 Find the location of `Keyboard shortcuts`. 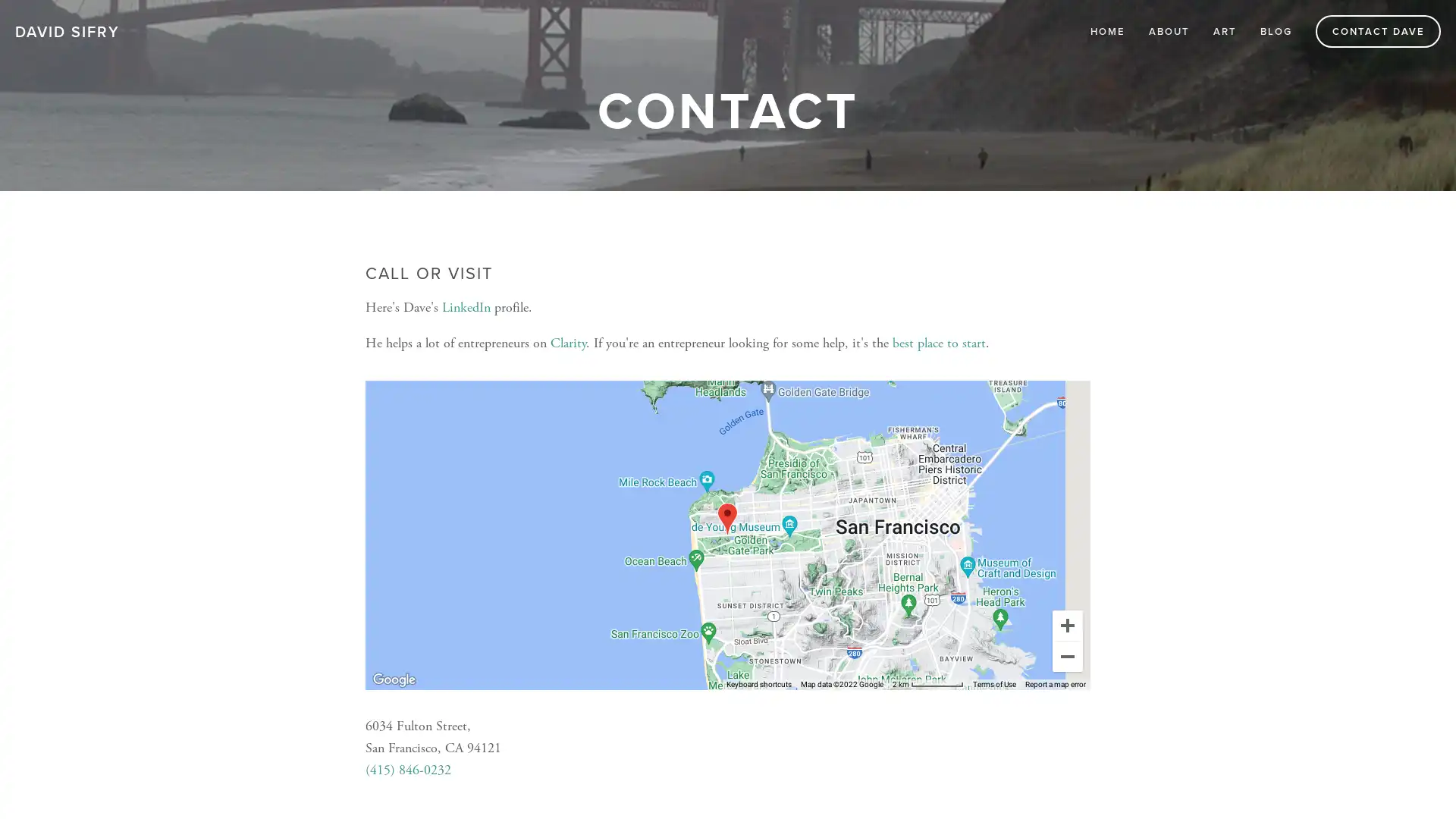

Keyboard shortcuts is located at coordinates (759, 684).